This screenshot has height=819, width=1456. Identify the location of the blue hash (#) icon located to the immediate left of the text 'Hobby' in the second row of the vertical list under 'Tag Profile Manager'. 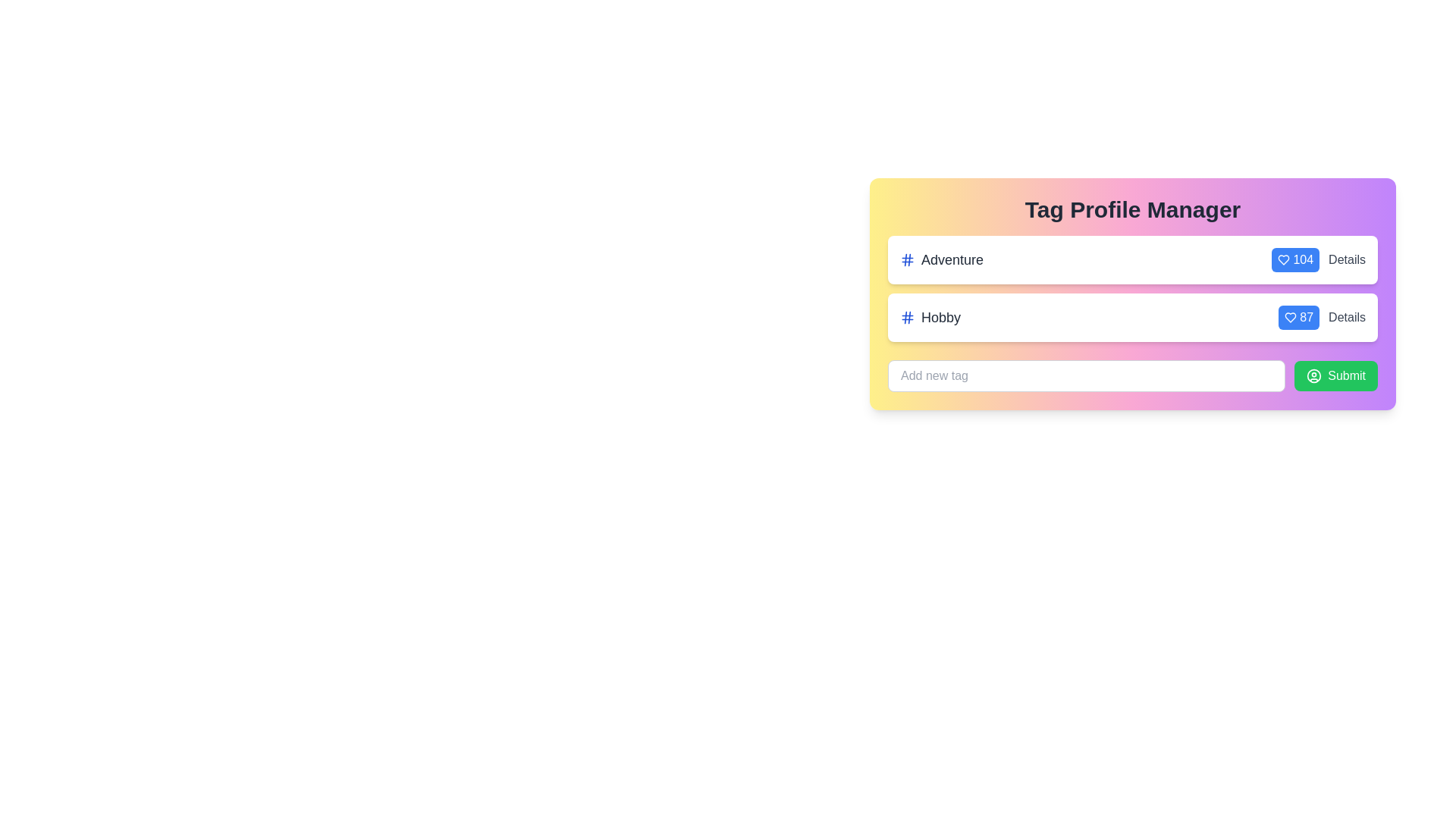
(907, 317).